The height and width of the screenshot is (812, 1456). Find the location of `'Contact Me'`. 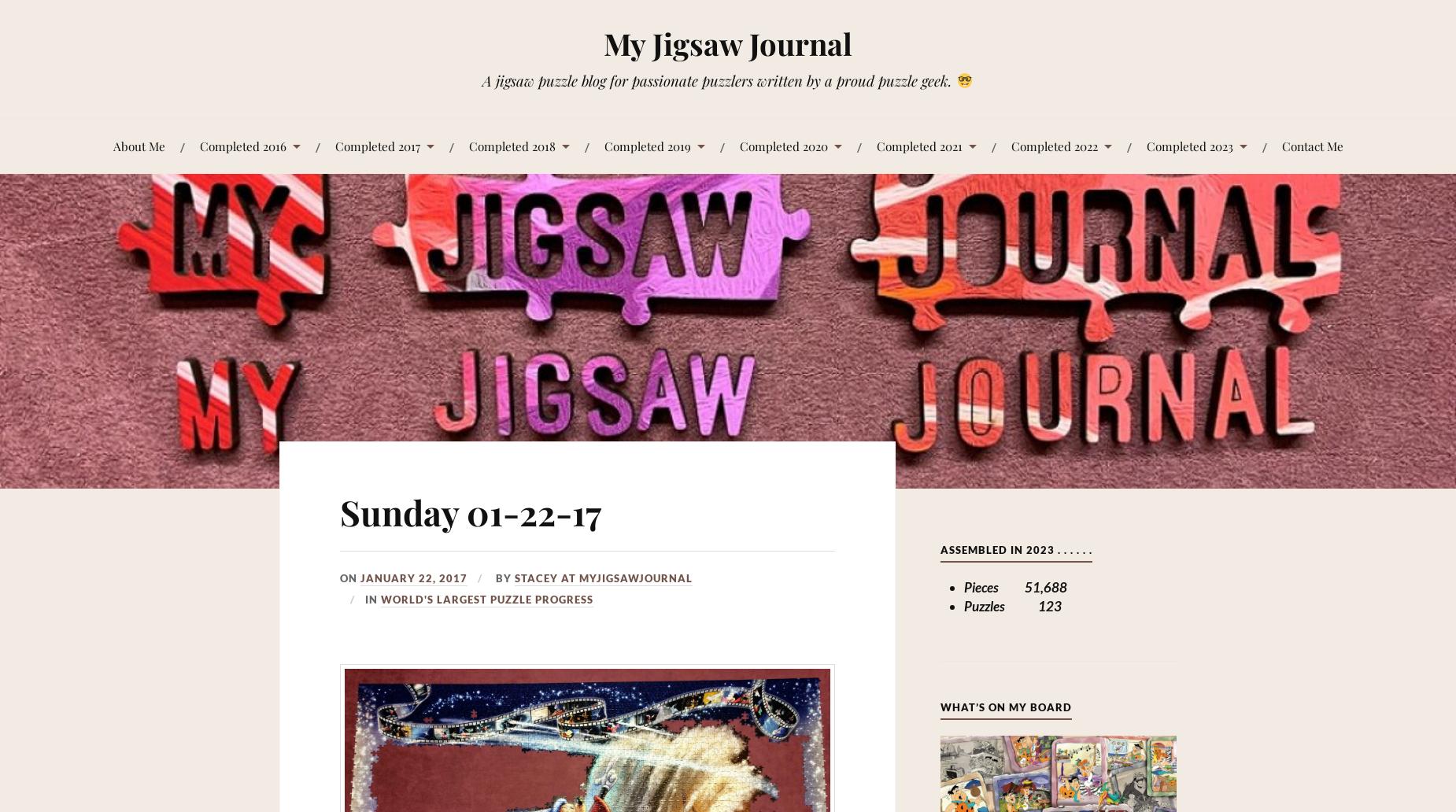

'Contact Me' is located at coordinates (1281, 144).